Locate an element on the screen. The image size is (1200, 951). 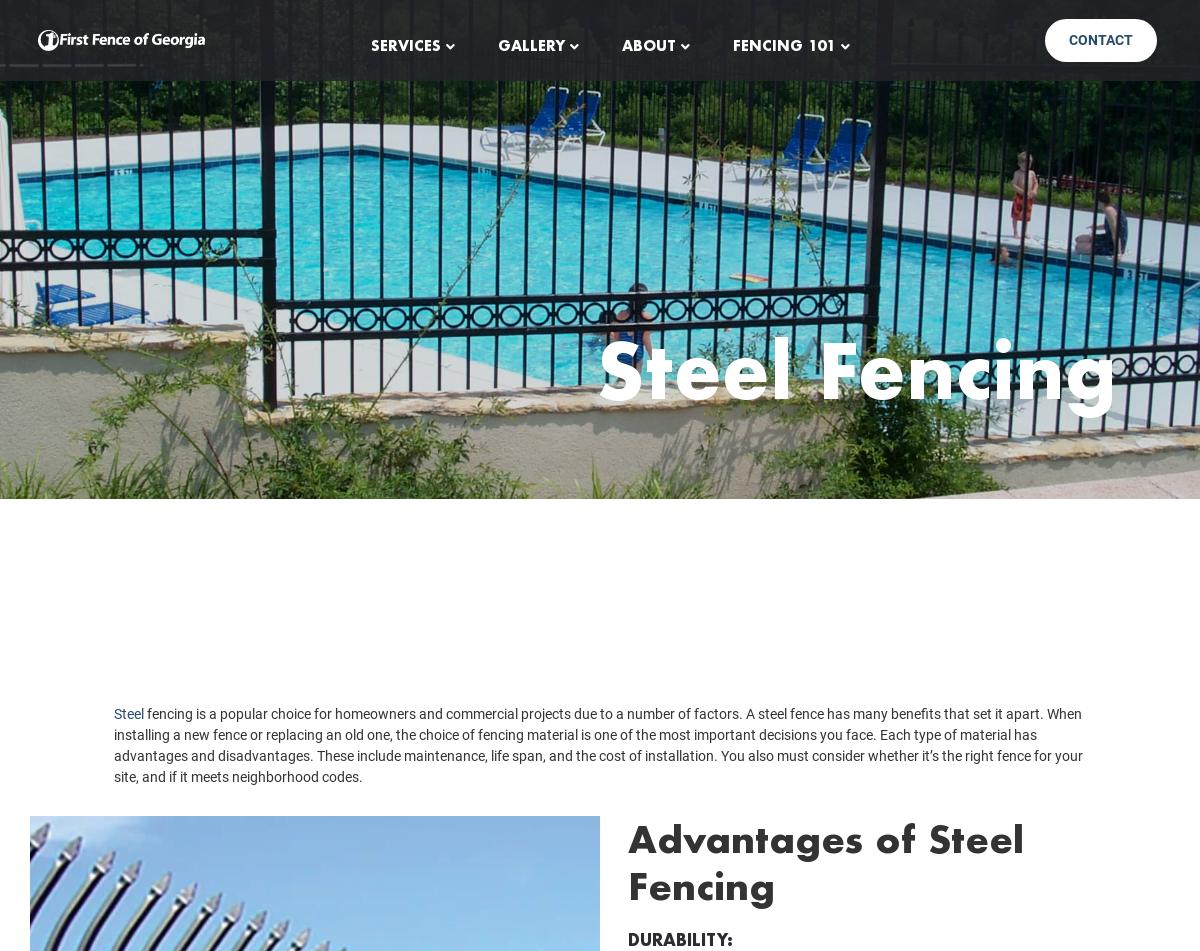
'Steel Fencing' is located at coordinates (854, 399).